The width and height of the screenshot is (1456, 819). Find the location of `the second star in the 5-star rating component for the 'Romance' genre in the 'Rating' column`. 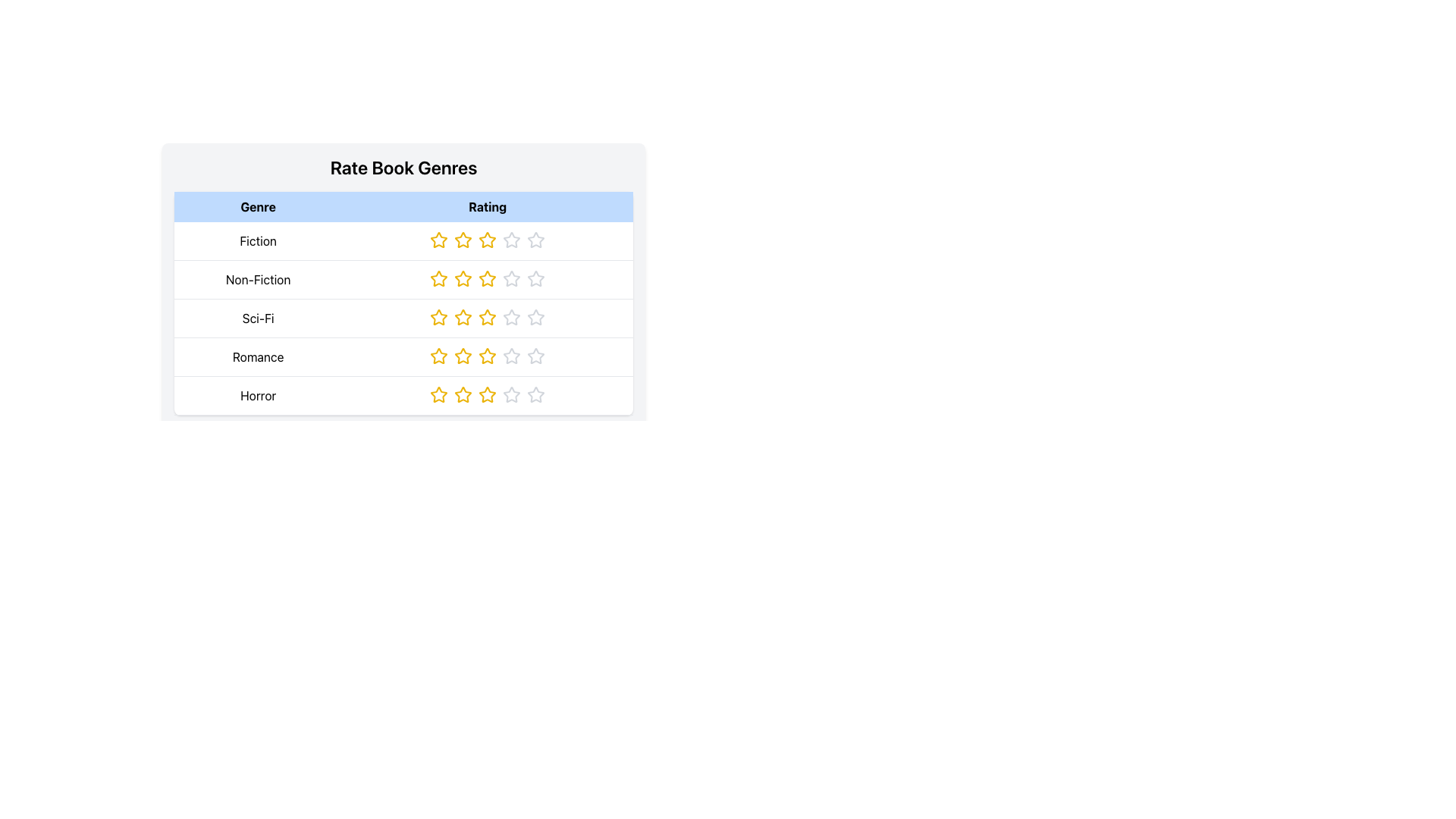

the second star in the 5-star rating component for the 'Romance' genre in the 'Rating' column is located at coordinates (438, 356).